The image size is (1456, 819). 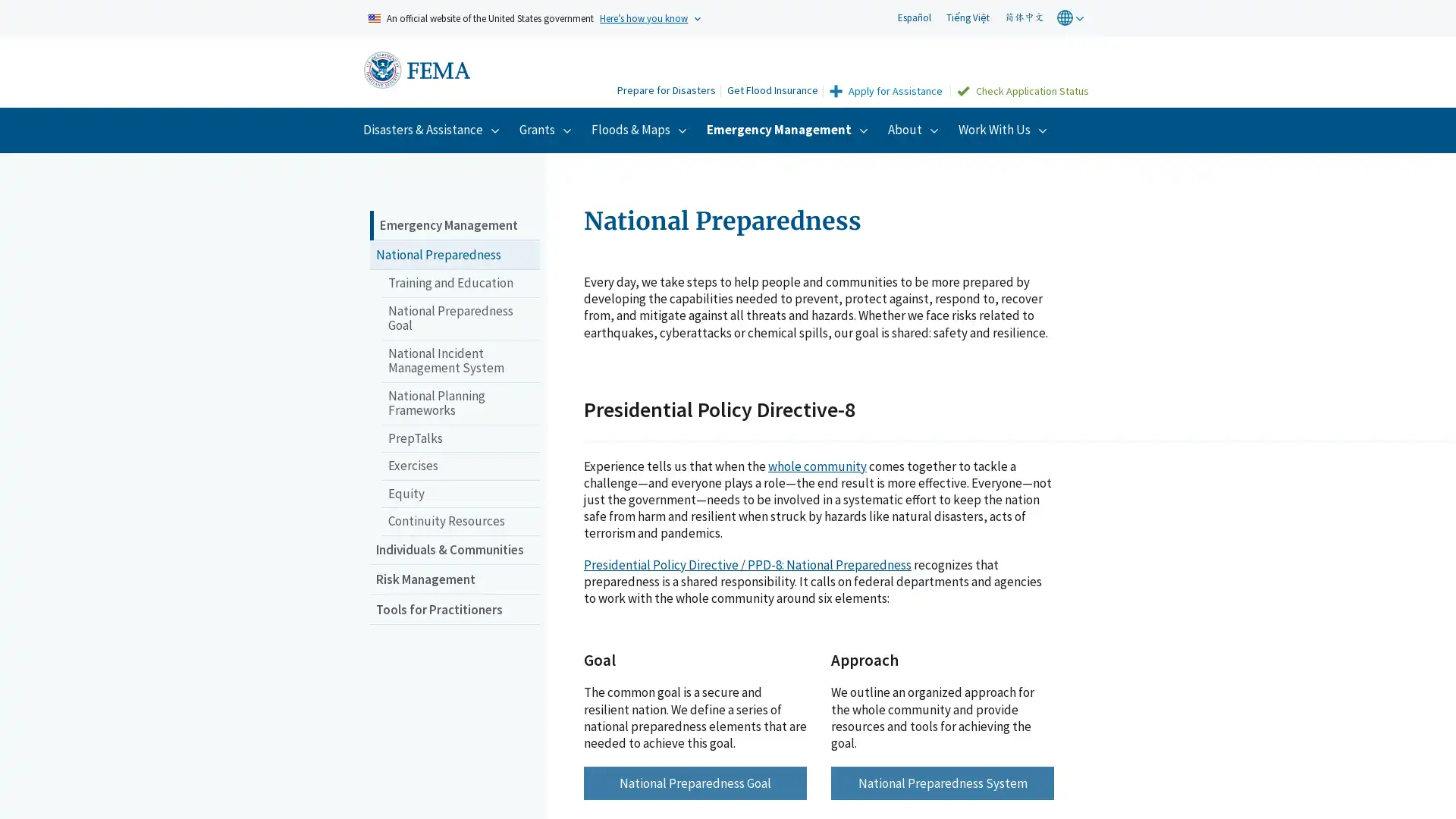 I want to click on world globe, so click(x=1072, y=17).